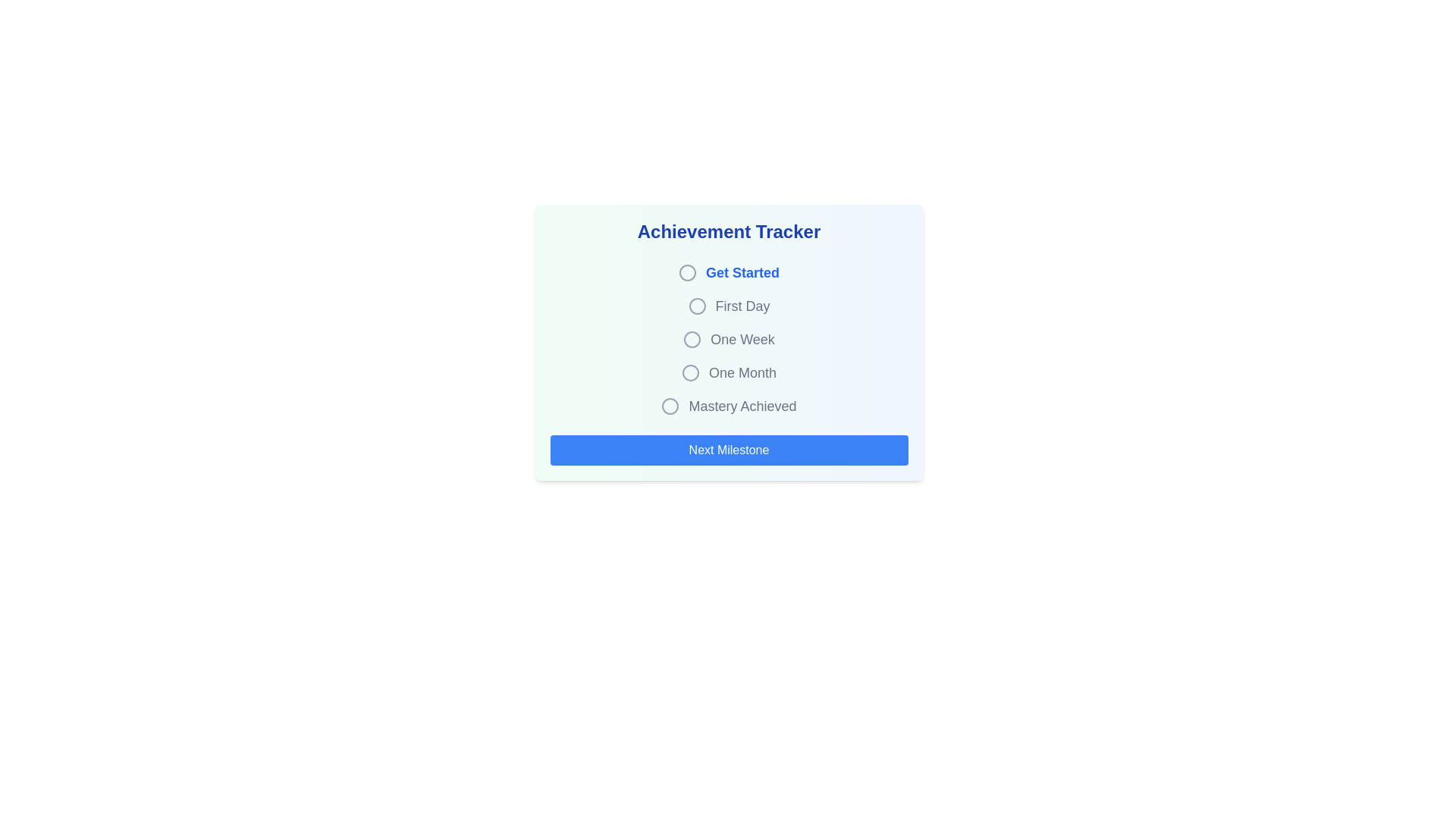 Image resolution: width=1456 pixels, height=819 pixels. What do you see at coordinates (729, 406) in the screenshot?
I see `the radio button labeled 'Mastery Achieved', which is the fifth option in a vertical list below the 'One Month' radio button` at bounding box center [729, 406].